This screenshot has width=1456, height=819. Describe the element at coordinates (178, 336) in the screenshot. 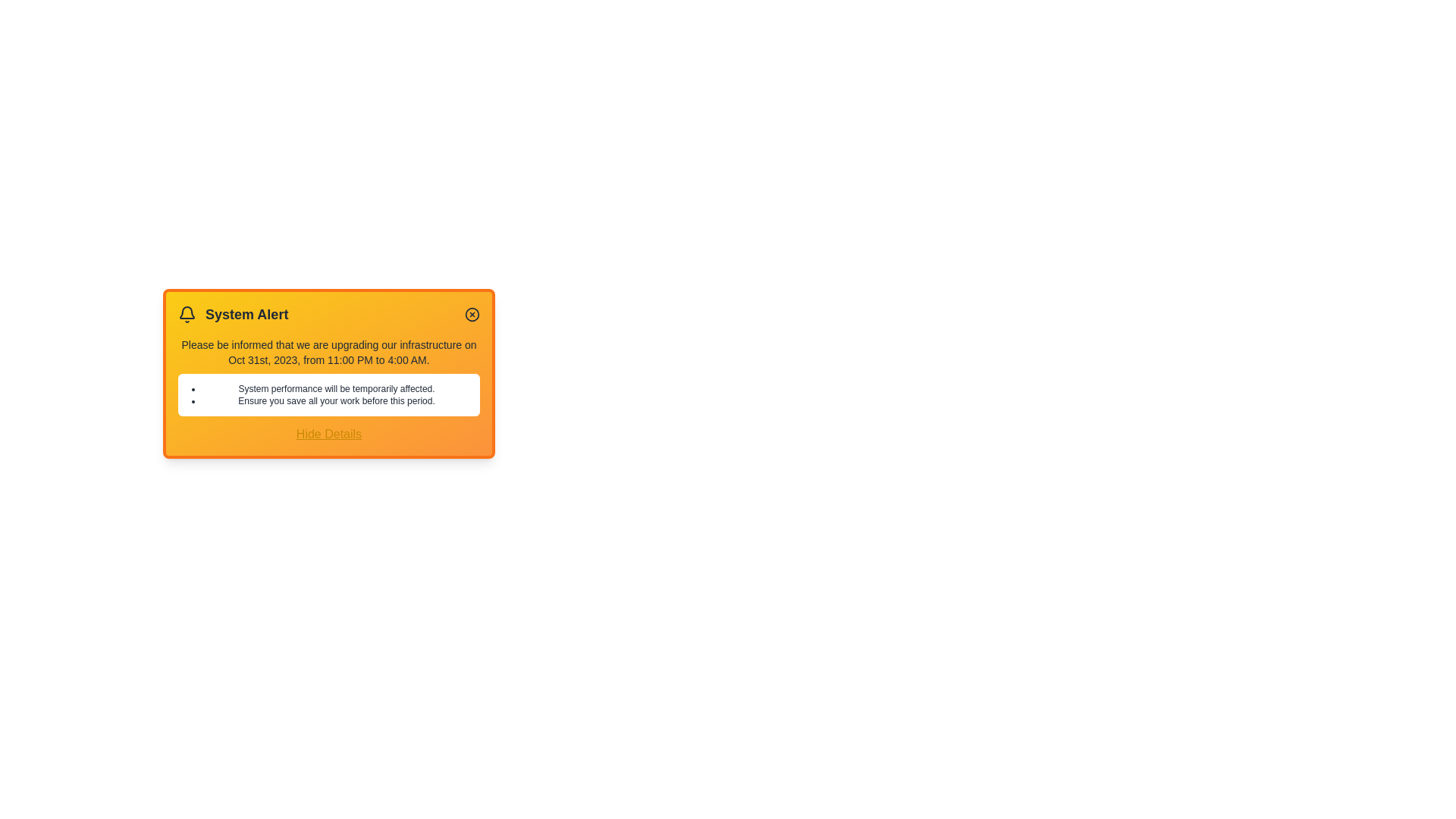

I see `the text in the alert message area` at that location.